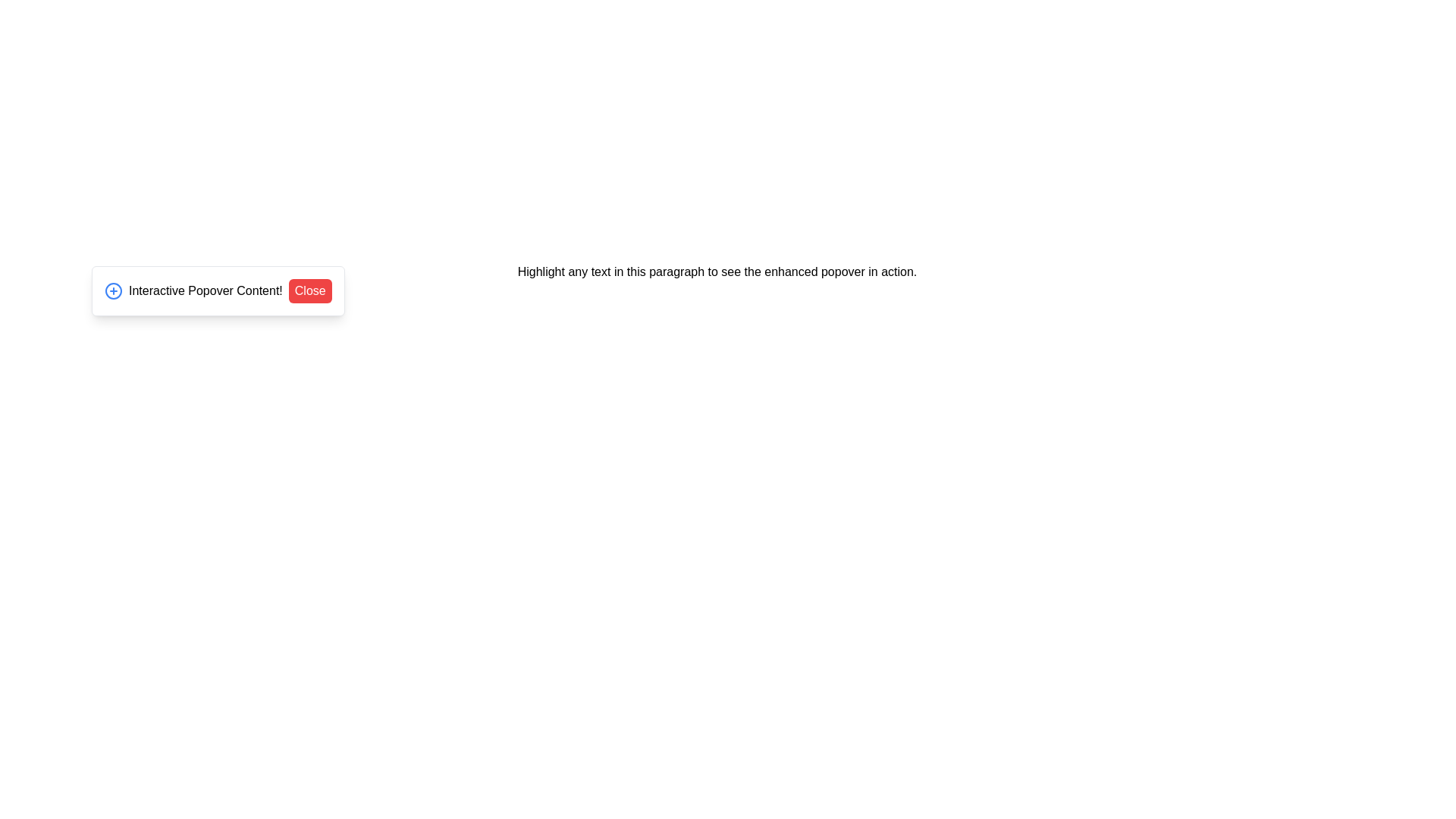 The image size is (1456, 819). I want to click on the close button located at the far right side of the popover interface, so click(309, 291).